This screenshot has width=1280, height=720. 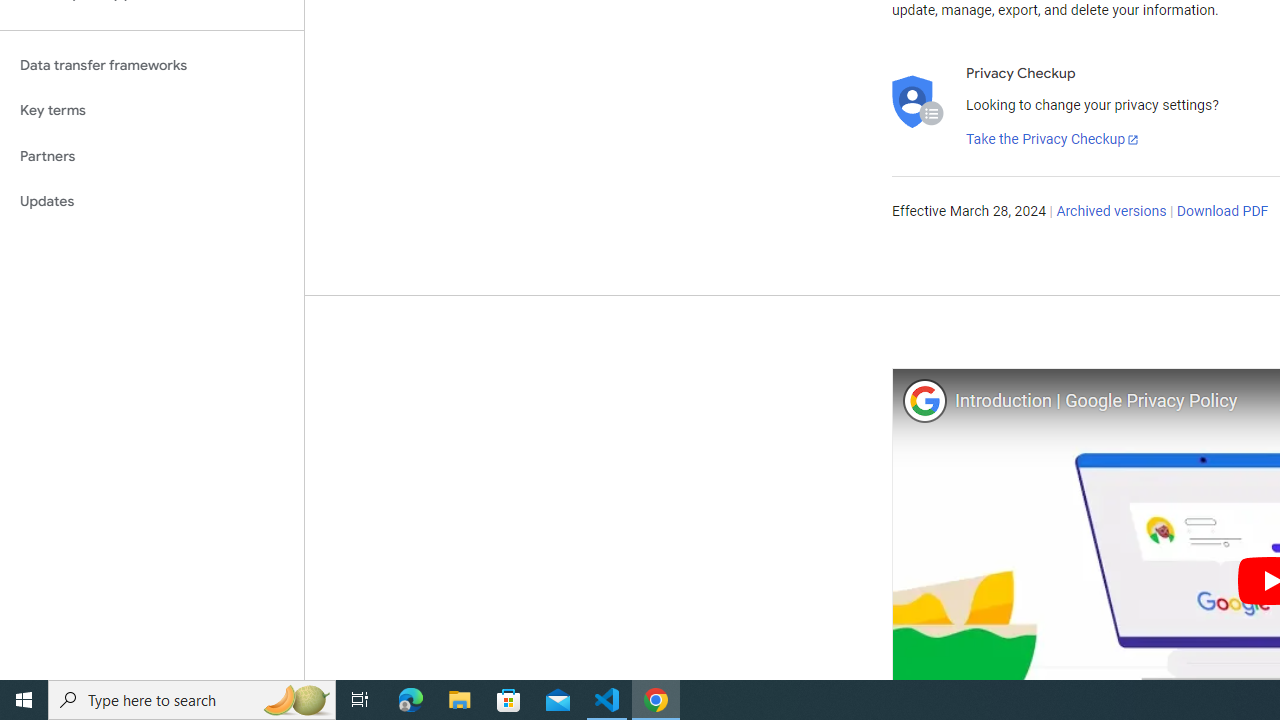 What do you see at coordinates (1052, 139) in the screenshot?
I see `'Take the Privacy Checkup'` at bounding box center [1052, 139].